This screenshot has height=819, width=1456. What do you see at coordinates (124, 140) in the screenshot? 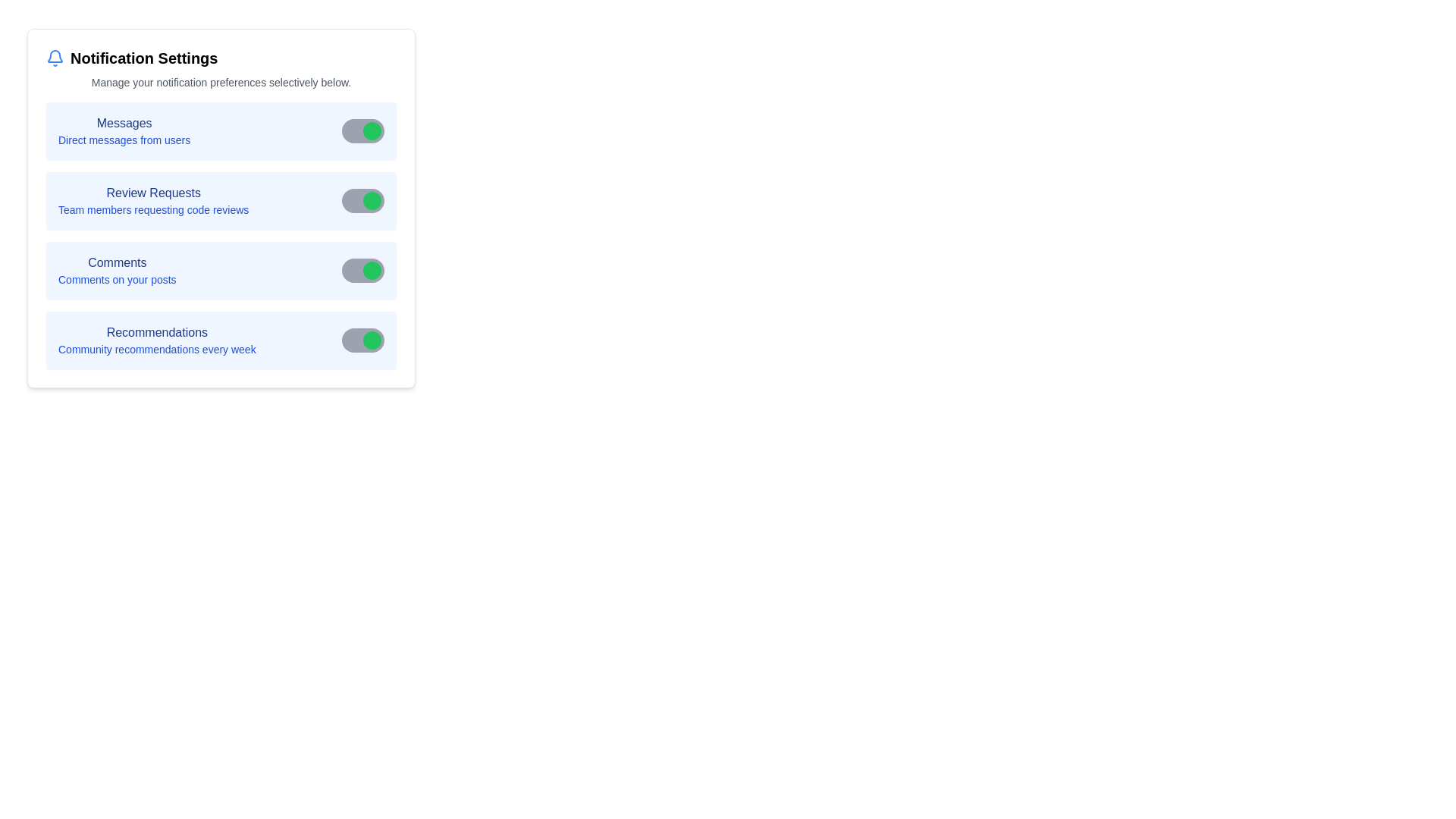
I see `the descriptive text reading 'Direct messages from users', which is styled in a smaller font size and colored blue, located directly beneath the title 'Messages' in the settings panel` at bounding box center [124, 140].